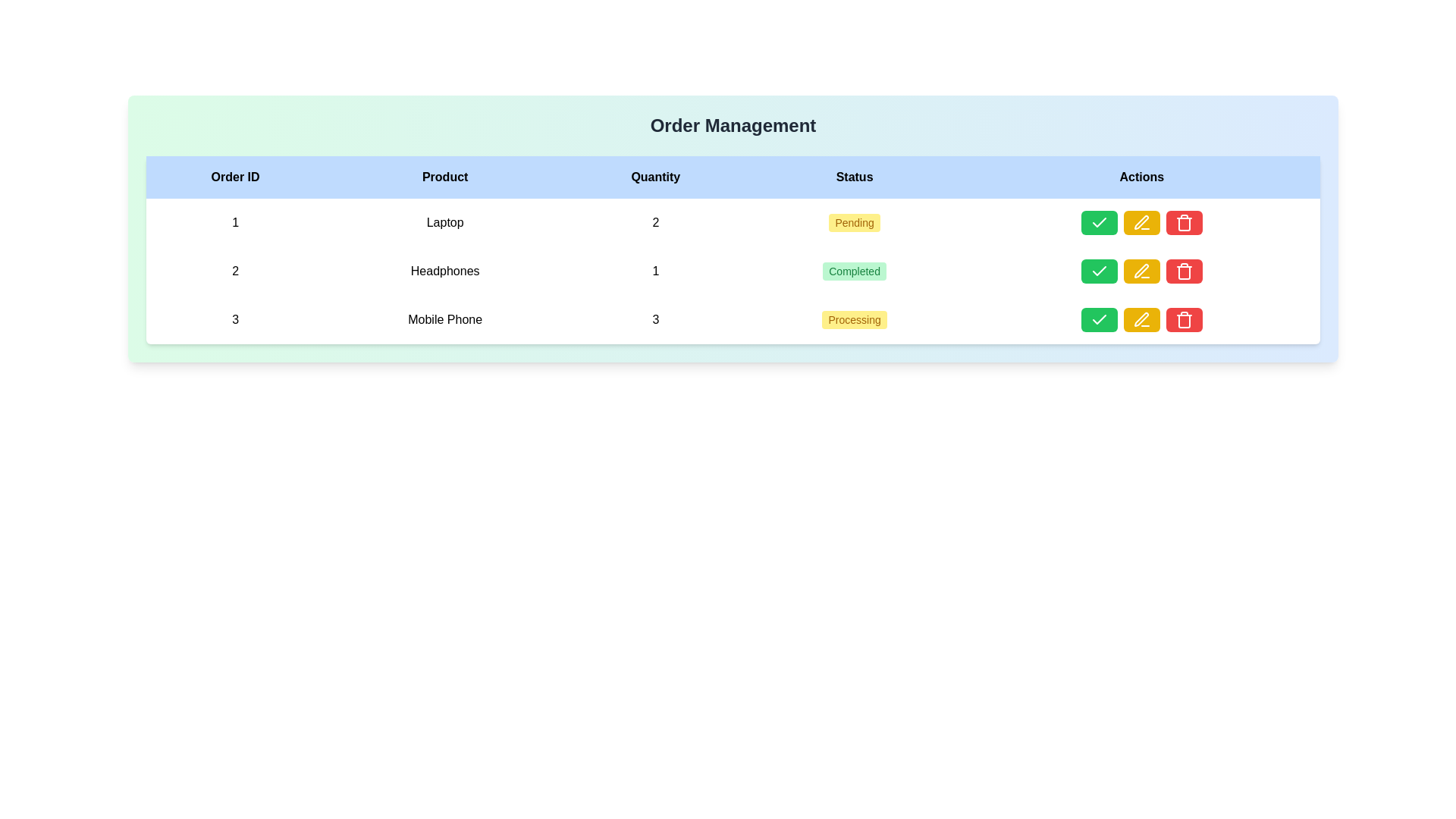 The height and width of the screenshot is (819, 1456). I want to click on the 'Actions' column header in the table, which is positioned in the upper-right corner of the header row, so click(1141, 177).